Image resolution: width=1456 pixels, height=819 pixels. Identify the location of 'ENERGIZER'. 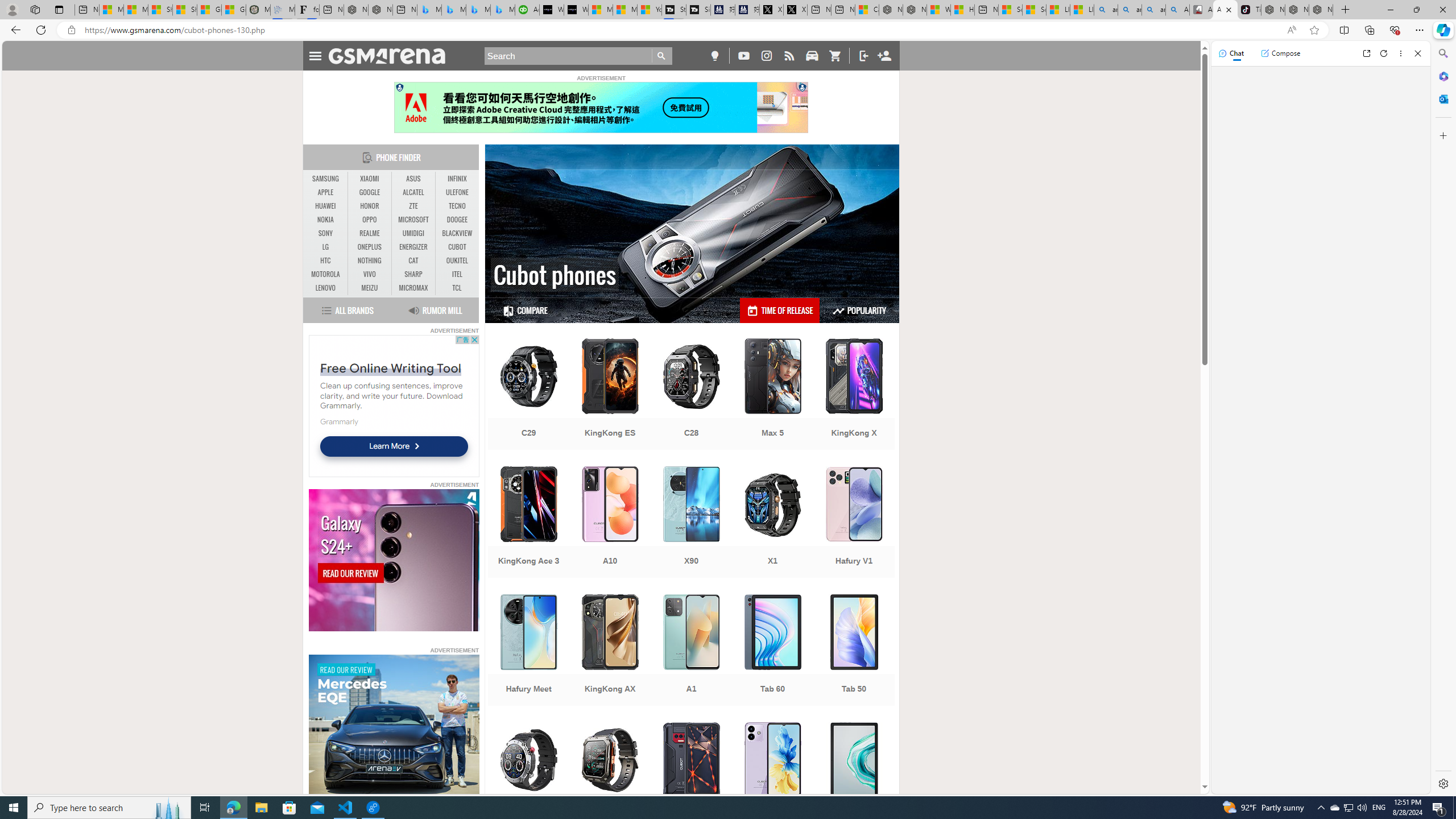
(413, 246).